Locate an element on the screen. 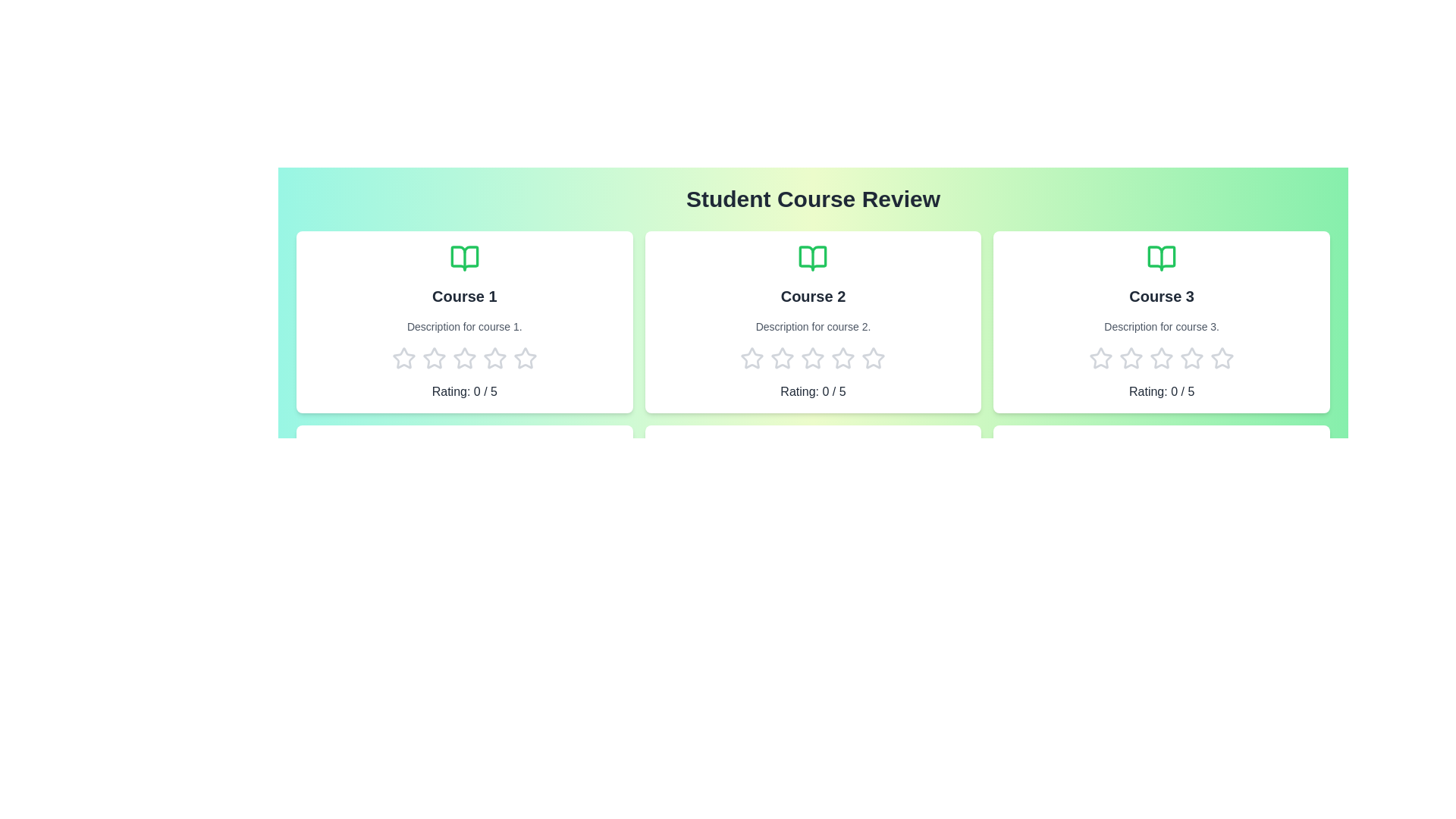  the rating of a course to 1 stars by clicking on the corresponding star is located at coordinates (403, 359).